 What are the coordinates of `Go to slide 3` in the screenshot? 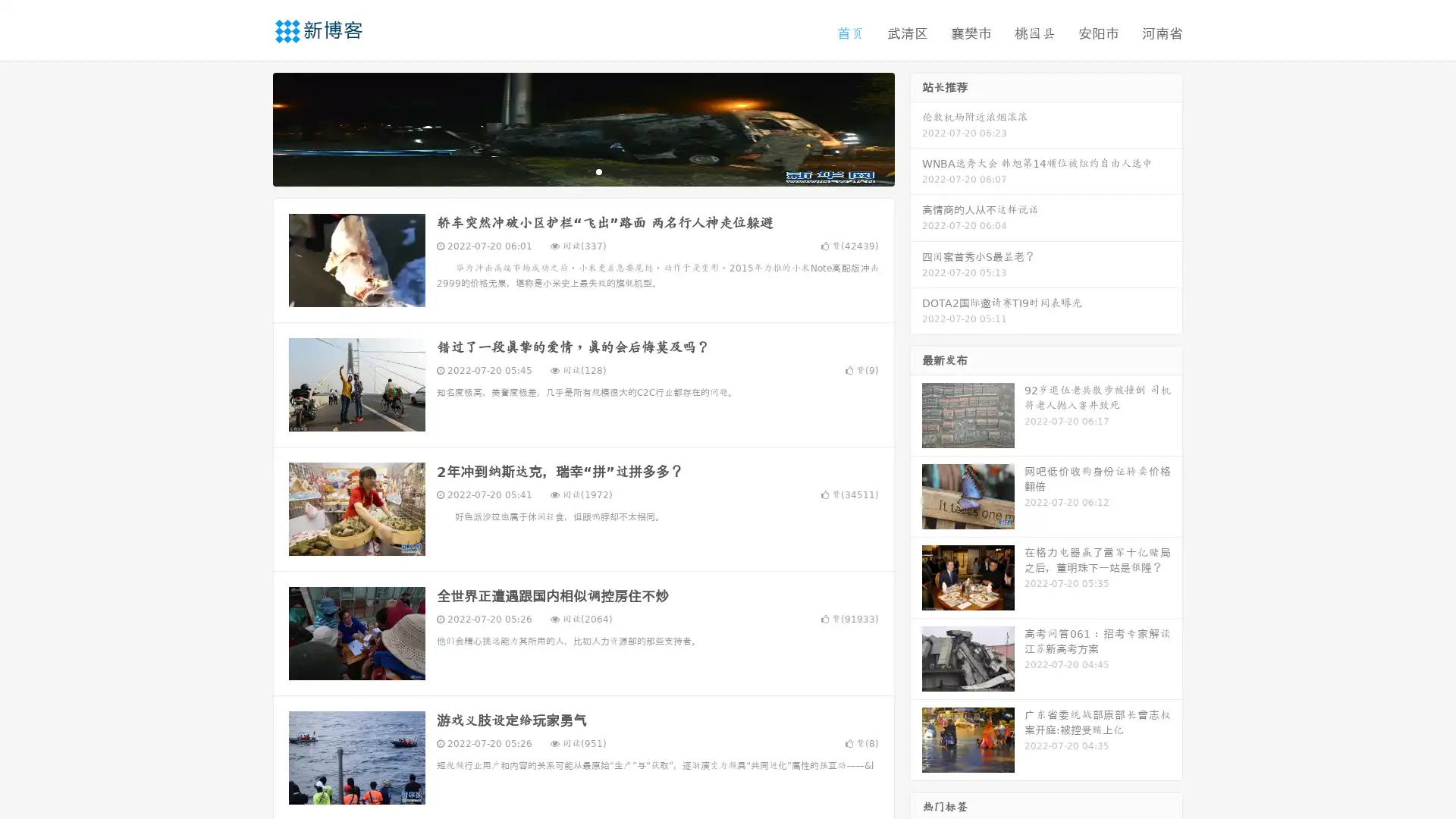 It's located at (598, 171).